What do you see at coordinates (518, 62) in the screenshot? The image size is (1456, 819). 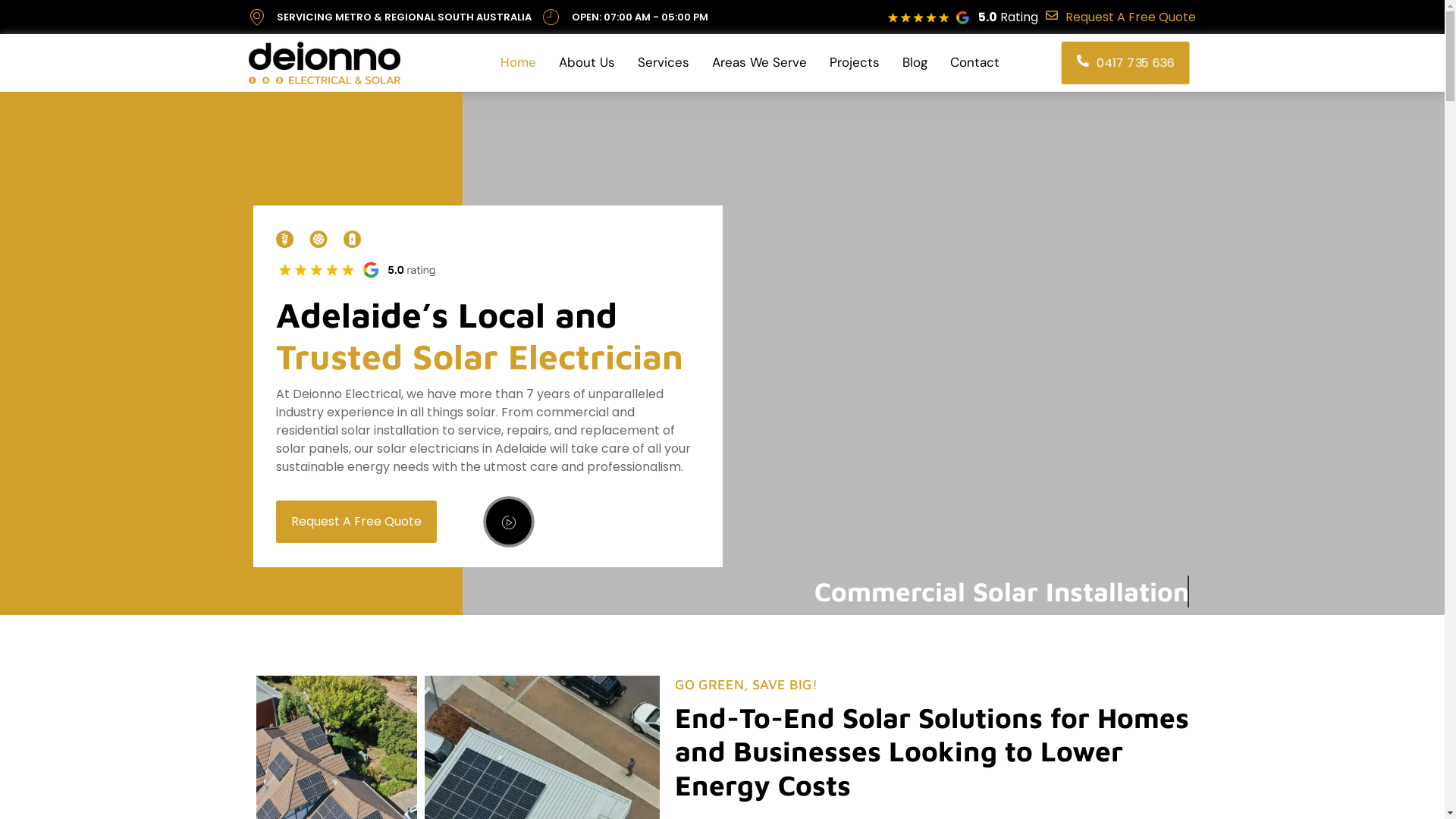 I see `'Home'` at bounding box center [518, 62].